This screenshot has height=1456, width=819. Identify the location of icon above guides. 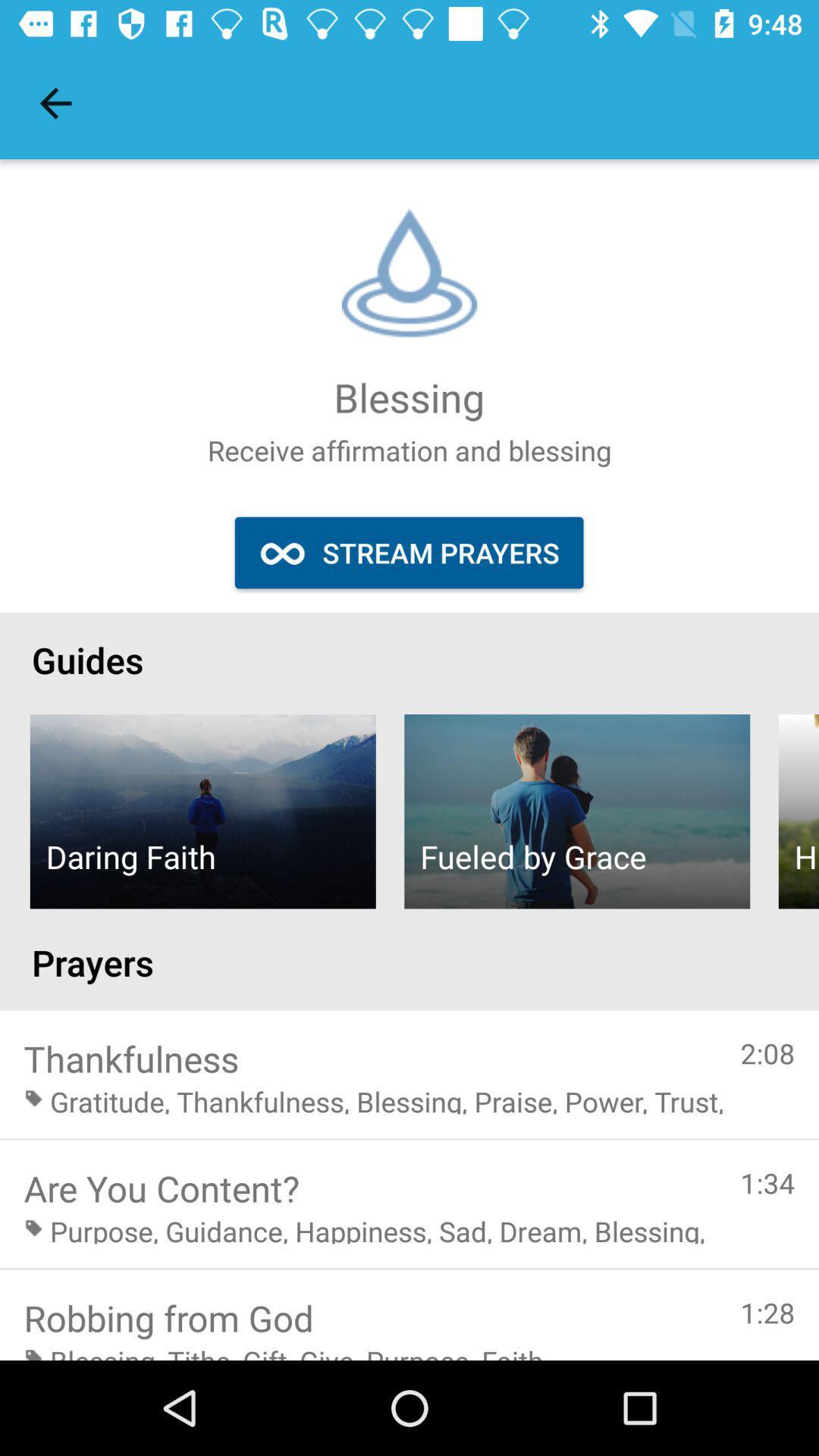
(408, 552).